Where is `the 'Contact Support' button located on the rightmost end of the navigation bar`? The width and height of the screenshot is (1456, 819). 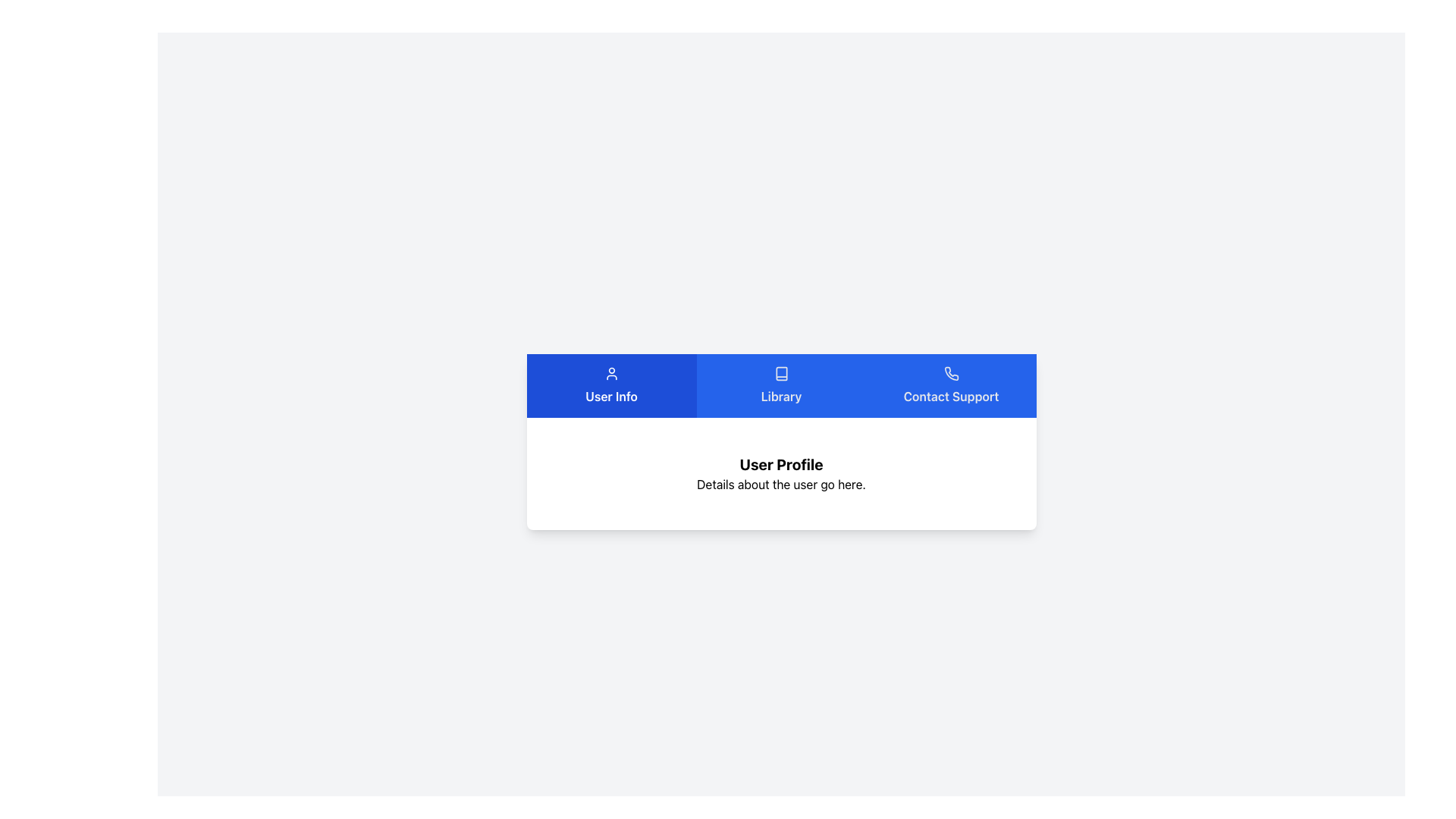 the 'Contact Support' button located on the rightmost end of the navigation bar is located at coordinates (950, 385).